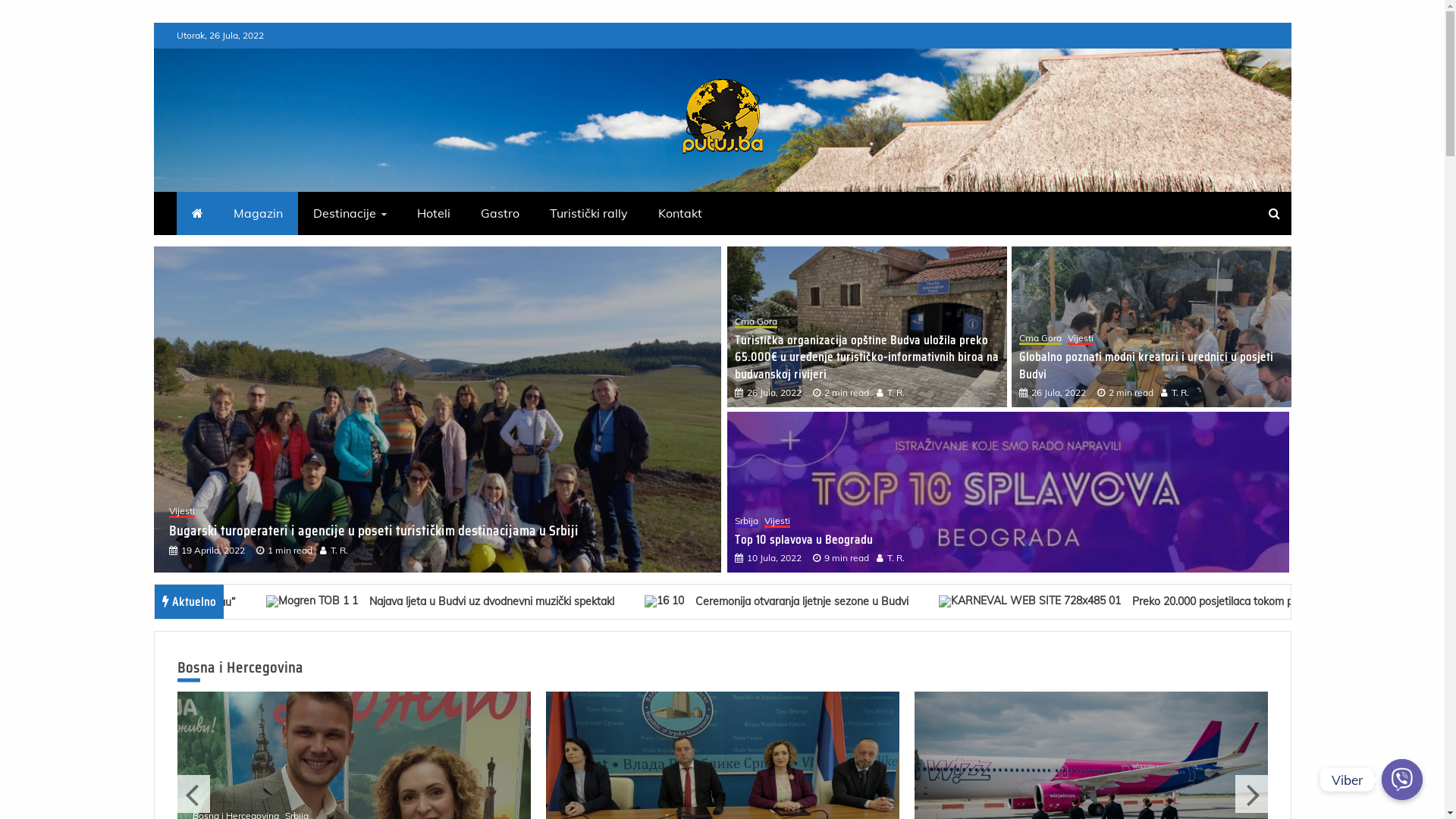  Describe the element at coordinates (773, 557) in the screenshot. I see `'10 Jula, 2022'` at that location.